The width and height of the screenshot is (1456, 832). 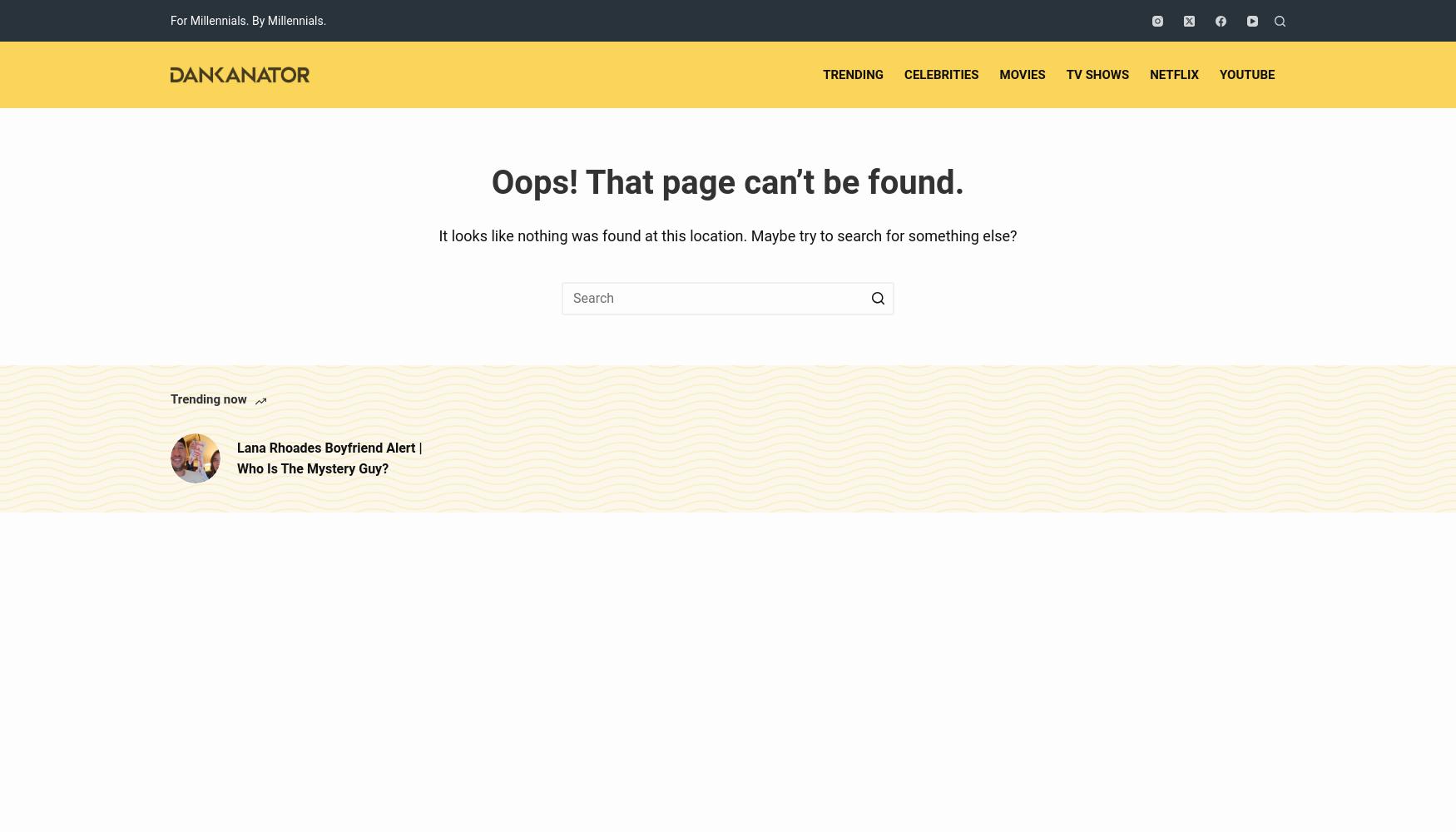 What do you see at coordinates (329, 458) in the screenshot?
I see `'Lana Rhoades Boyfriend Alert | Who Is The Mystery Guy?'` at bounding box center [329, 458].